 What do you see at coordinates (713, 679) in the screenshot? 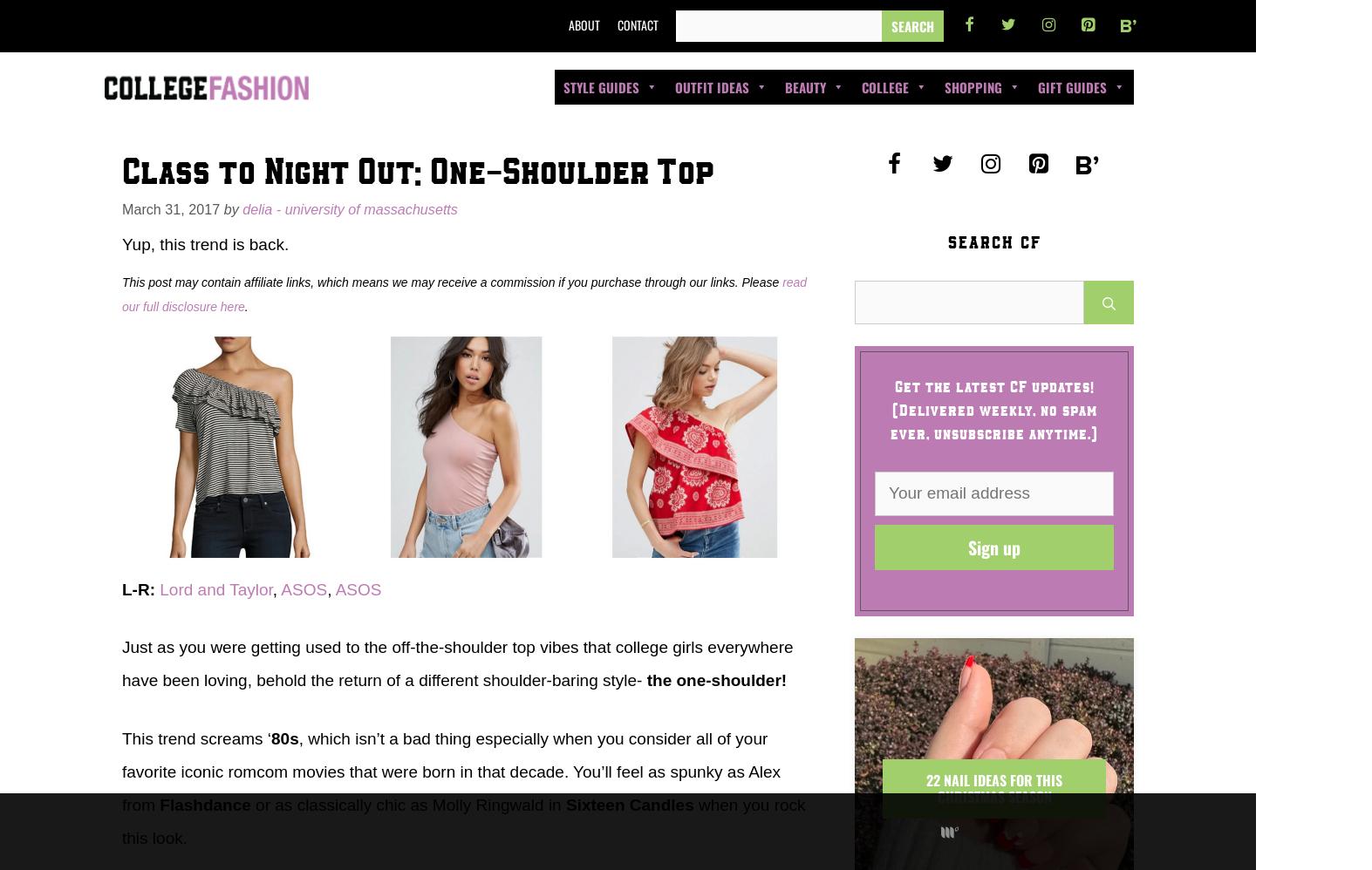
I see `'the one-shoulder'` at bounding box center [713, 679].